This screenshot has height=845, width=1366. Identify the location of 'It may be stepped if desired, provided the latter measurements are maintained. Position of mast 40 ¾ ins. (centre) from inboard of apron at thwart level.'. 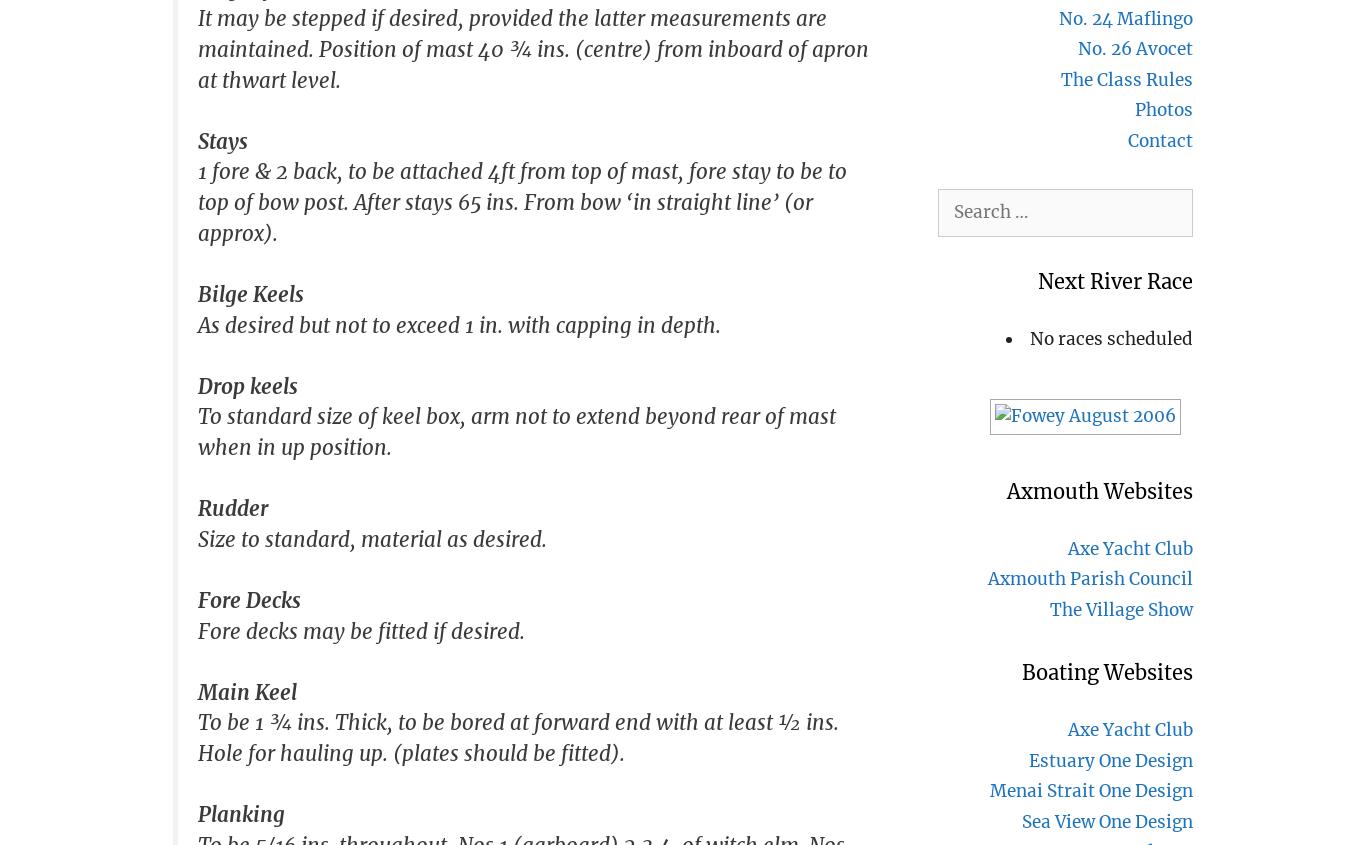
(533, 48).